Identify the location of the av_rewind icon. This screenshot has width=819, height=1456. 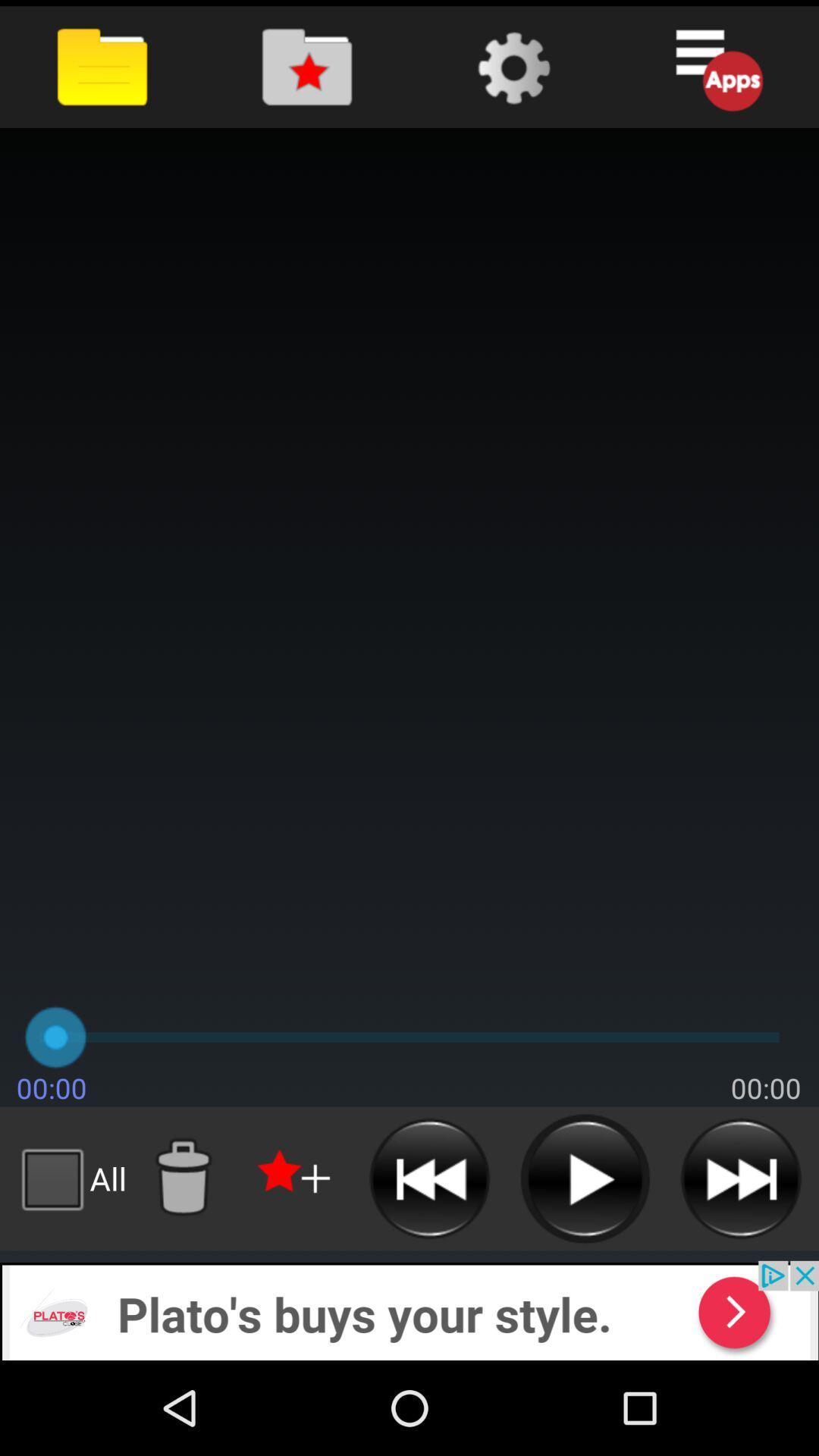
(429, 1261).